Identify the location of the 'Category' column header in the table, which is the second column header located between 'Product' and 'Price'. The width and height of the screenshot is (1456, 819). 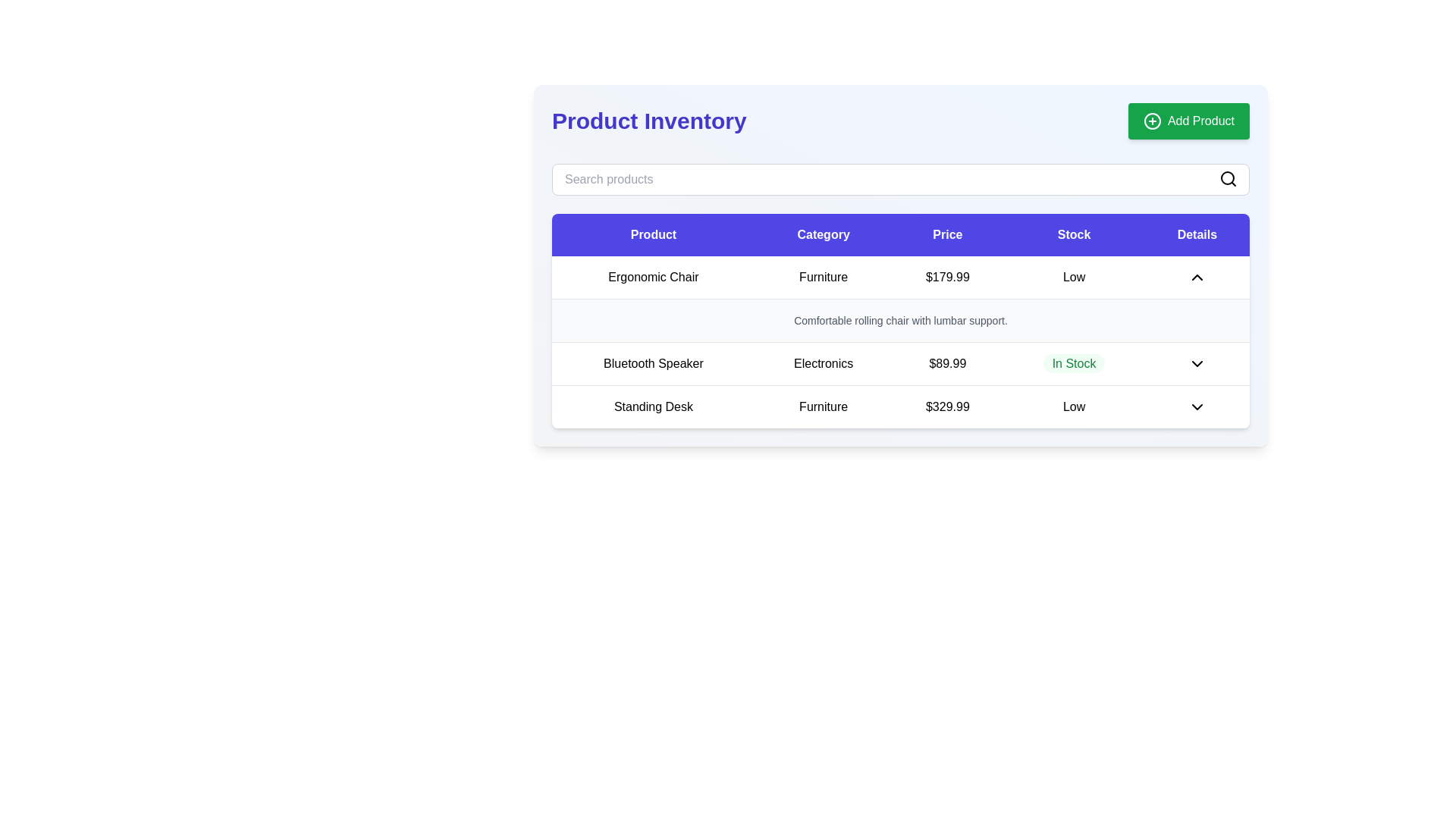
(823, 234).